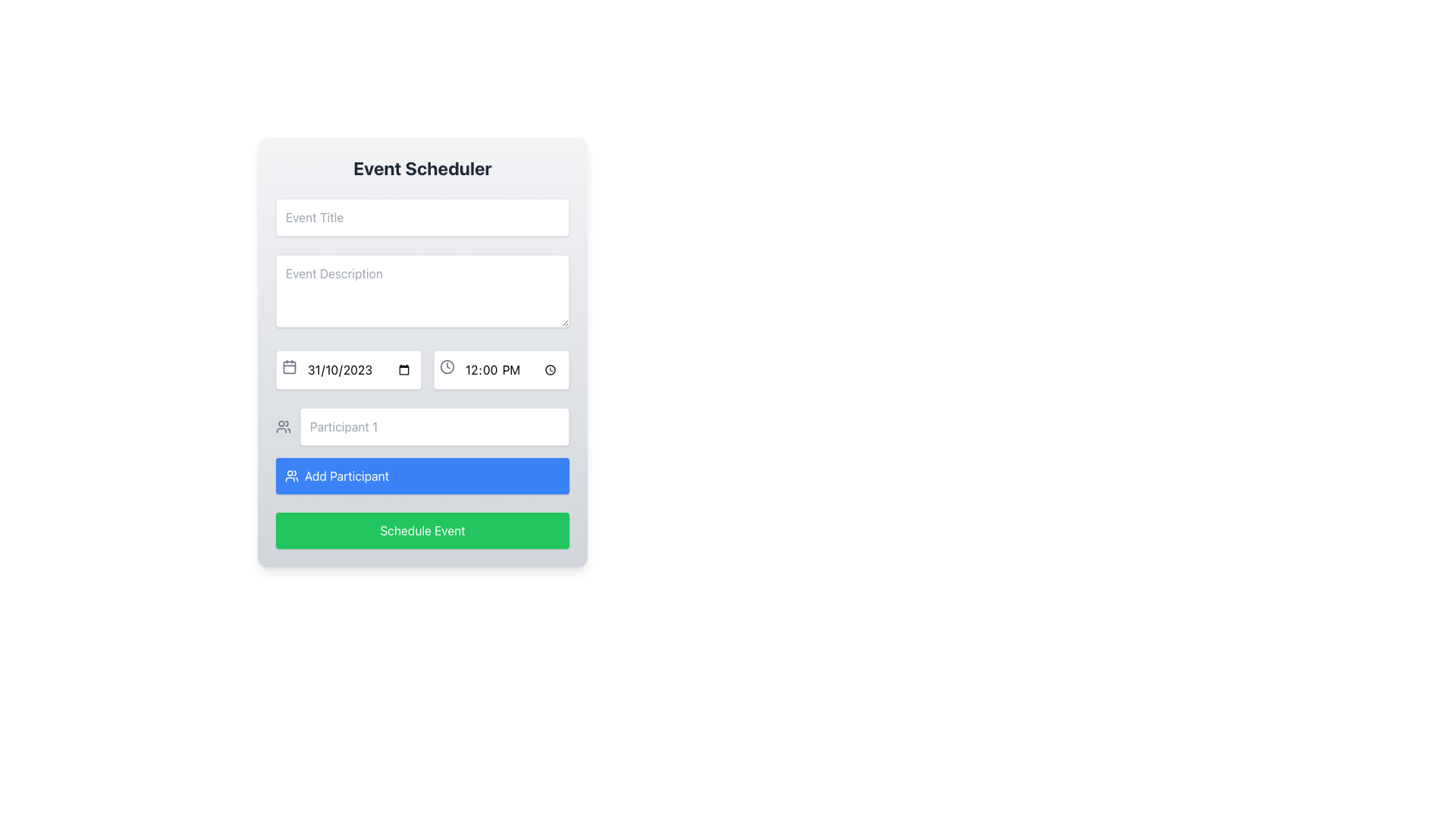 The width and height of the screenshot is (1456, 819). I want to click on the interactive calendar icon located to the left of the 'Date Picker' input field, so click(290, 366).